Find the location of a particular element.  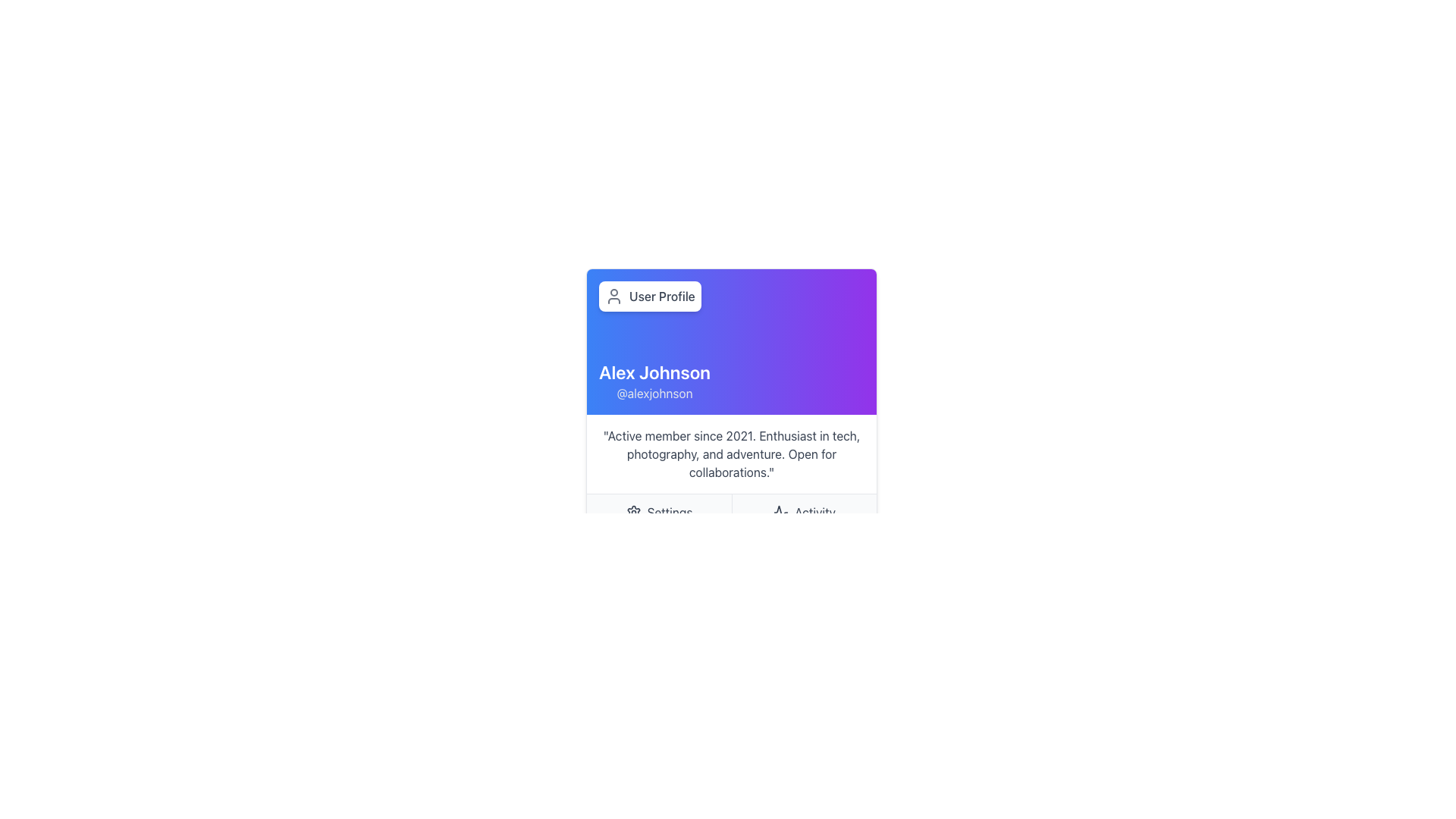

the Text Label displaying 'Alex Johnson', which serves as the main identifier for the user profile is located at coordinates (654, 372).